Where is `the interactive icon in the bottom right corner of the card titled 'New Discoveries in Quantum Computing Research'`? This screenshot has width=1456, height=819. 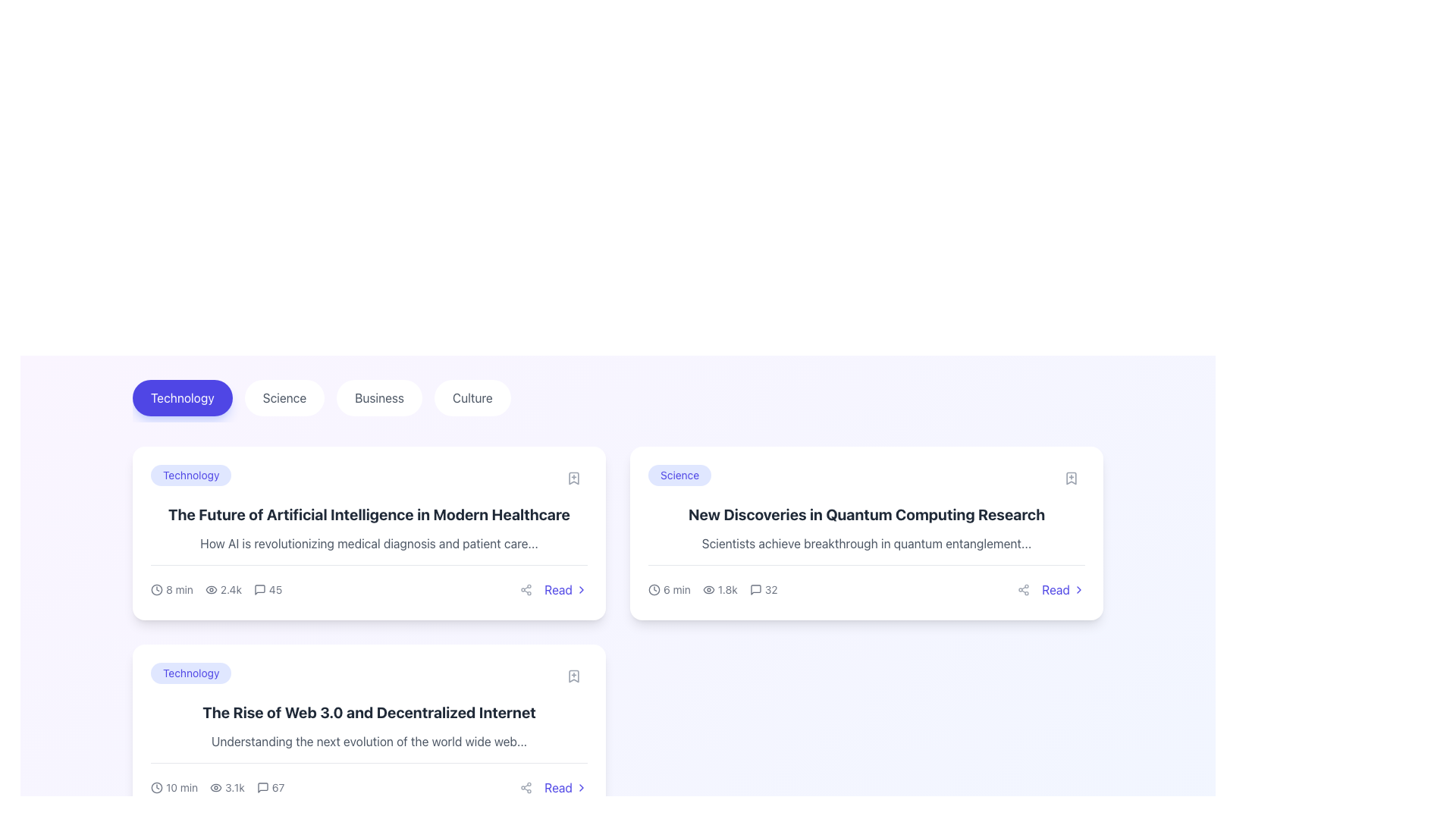 the interactive icon in the bottom right corner of the card titled 'New Discoveries in Quantum Computing Research' is located at coordinates (755, 589).